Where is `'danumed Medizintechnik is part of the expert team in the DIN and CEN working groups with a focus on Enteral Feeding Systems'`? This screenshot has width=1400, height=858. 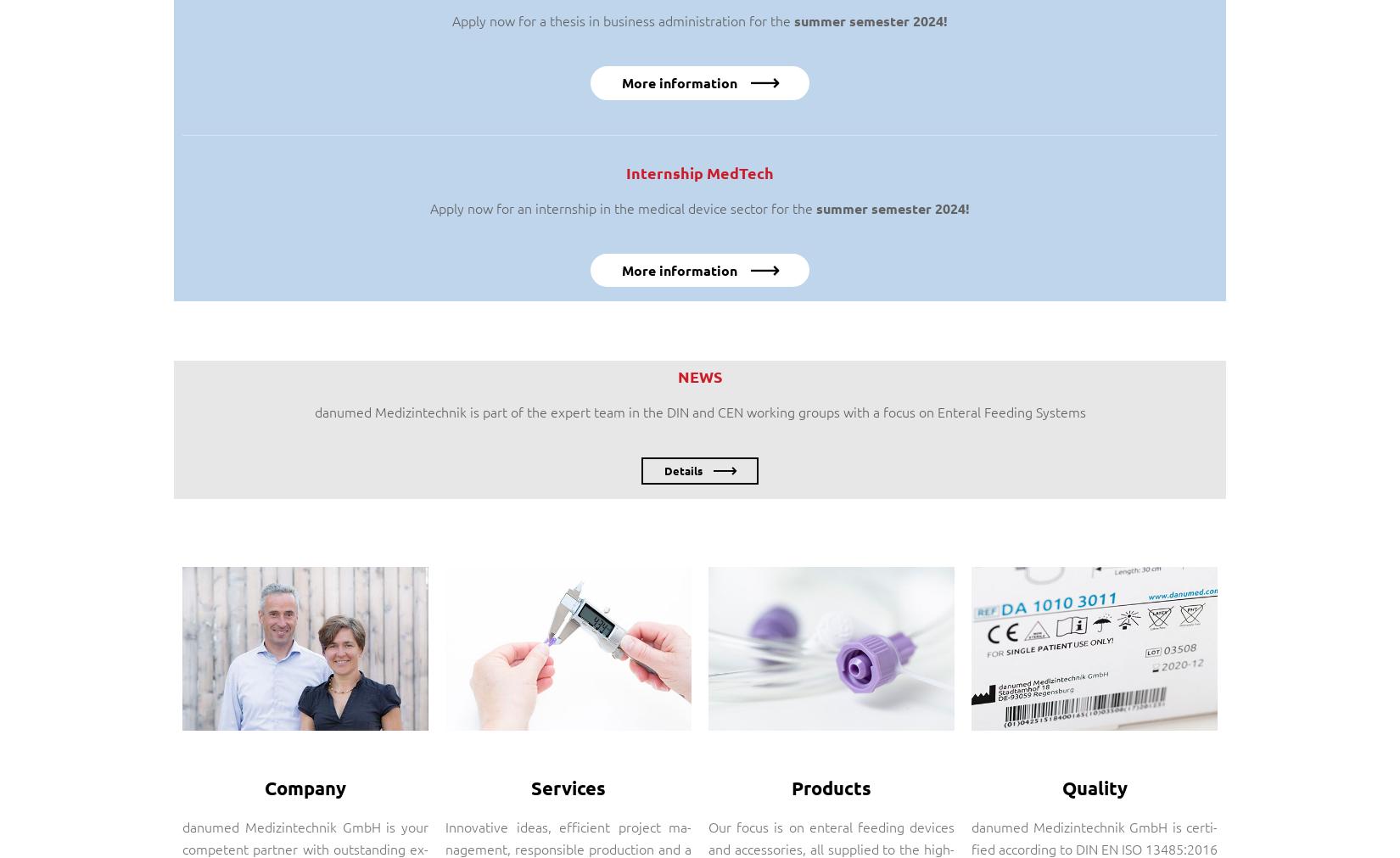
'danumed Medizintechnik is part of the expert team in the DIN and CEN working groups with a focus on Enteral Feeding Systems' is located at coordinates (313, 409).